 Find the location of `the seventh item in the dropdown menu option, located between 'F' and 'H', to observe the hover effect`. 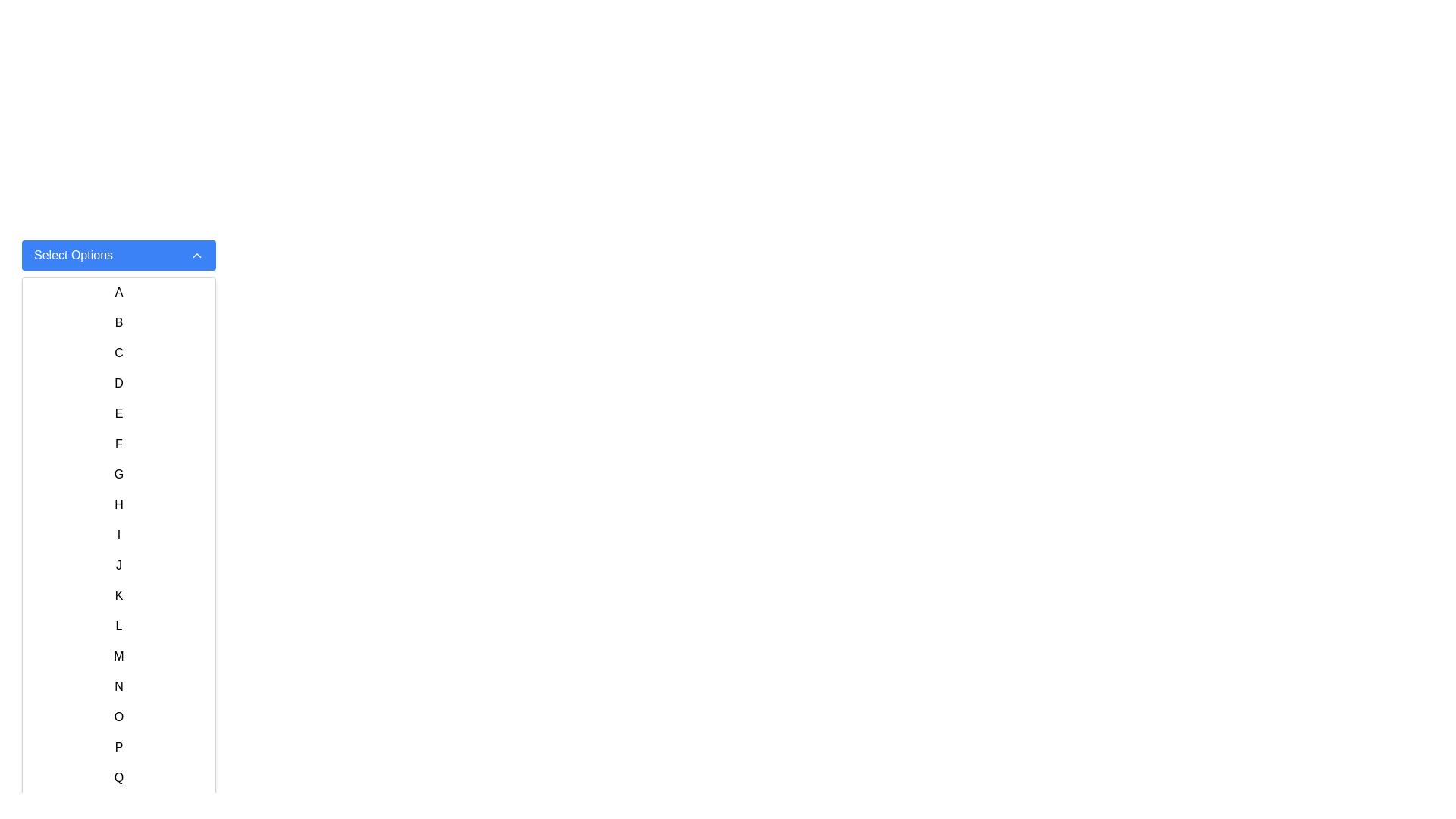

the seventh item in the dropdown menu option, located between 'F' and 'H', to observe the hover effect is located at coordinates (118, 473).